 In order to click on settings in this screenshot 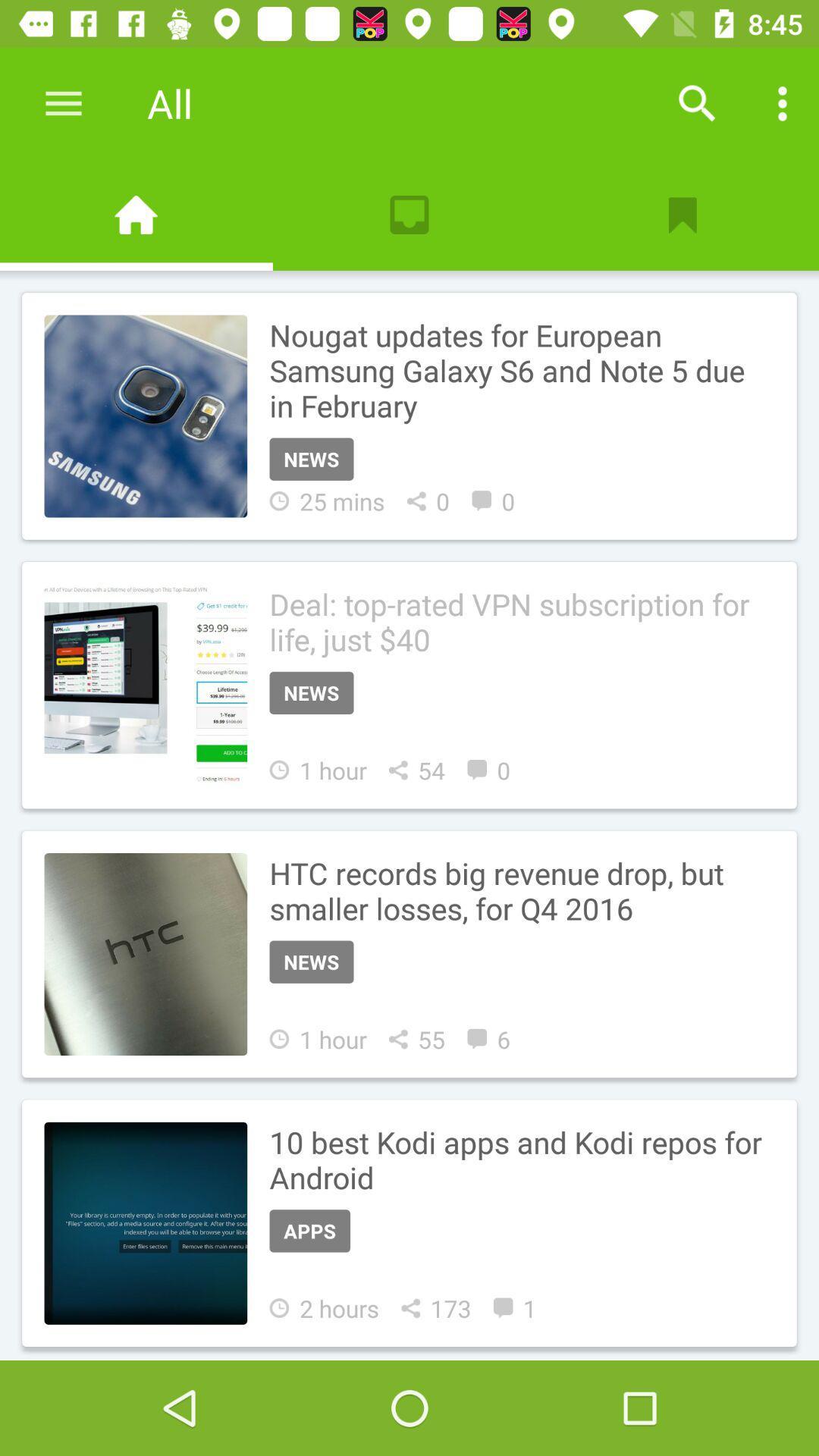, I will do `click(63, 102)`.